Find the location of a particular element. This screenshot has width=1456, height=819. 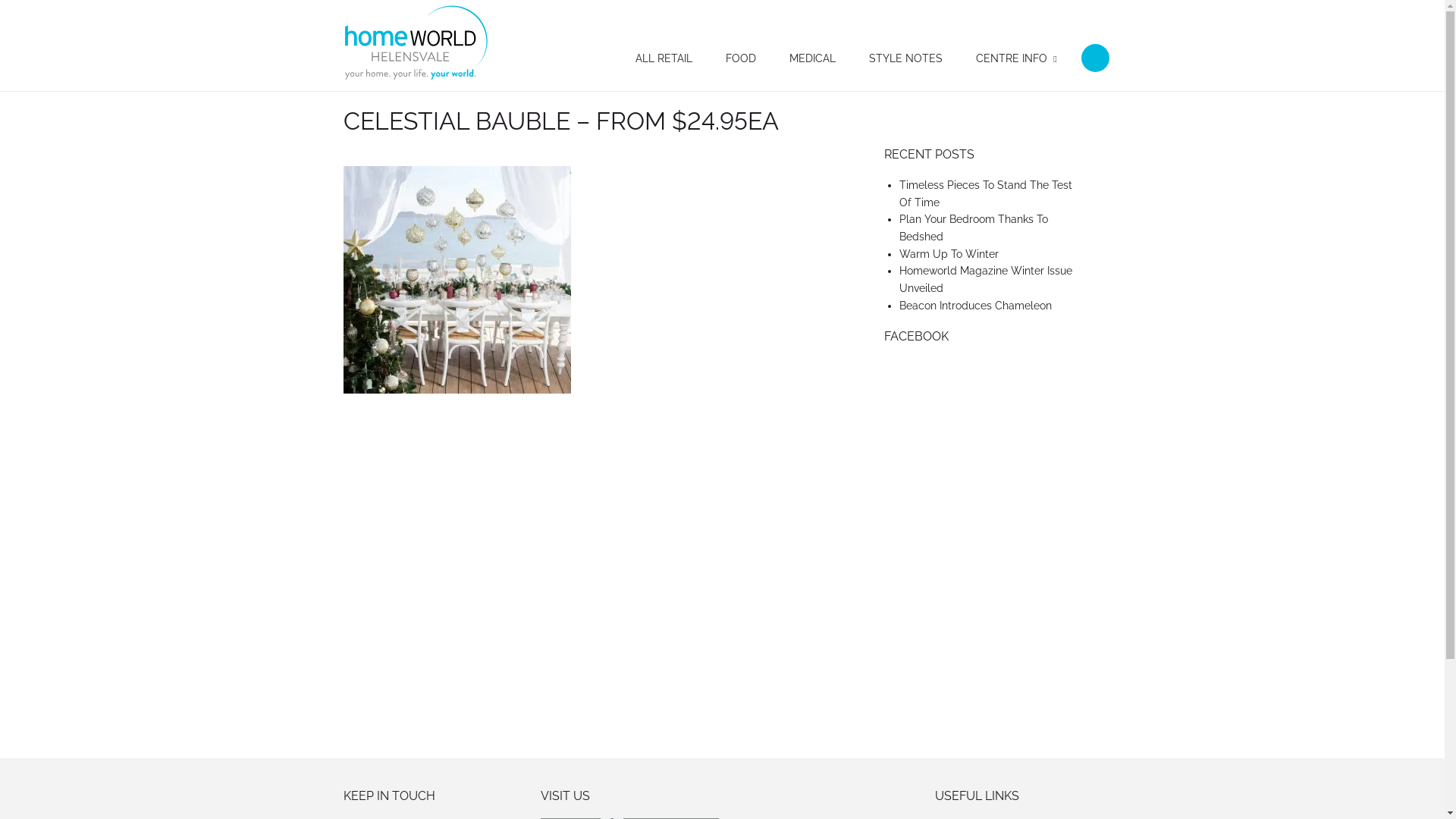

'STYLE NOTES' is located at coordinates (905, 58).